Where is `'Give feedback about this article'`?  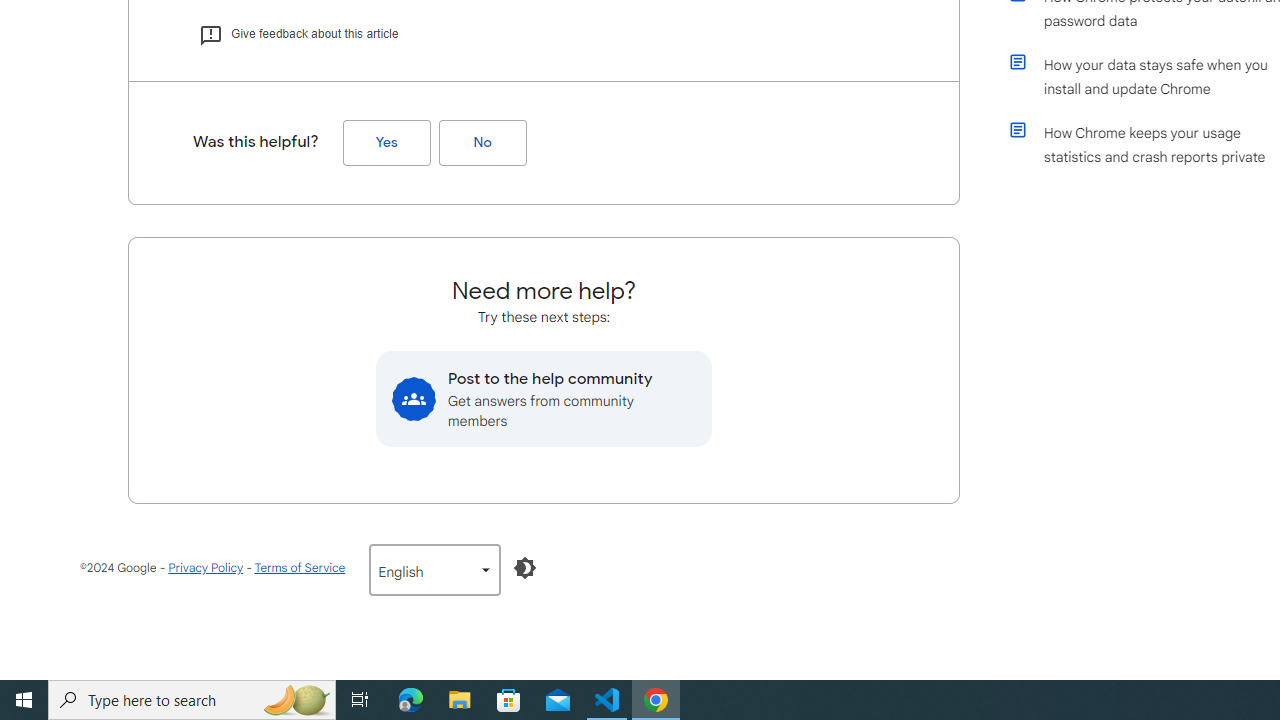 'Give feedback about this article' is located at coordinates (297, 33).